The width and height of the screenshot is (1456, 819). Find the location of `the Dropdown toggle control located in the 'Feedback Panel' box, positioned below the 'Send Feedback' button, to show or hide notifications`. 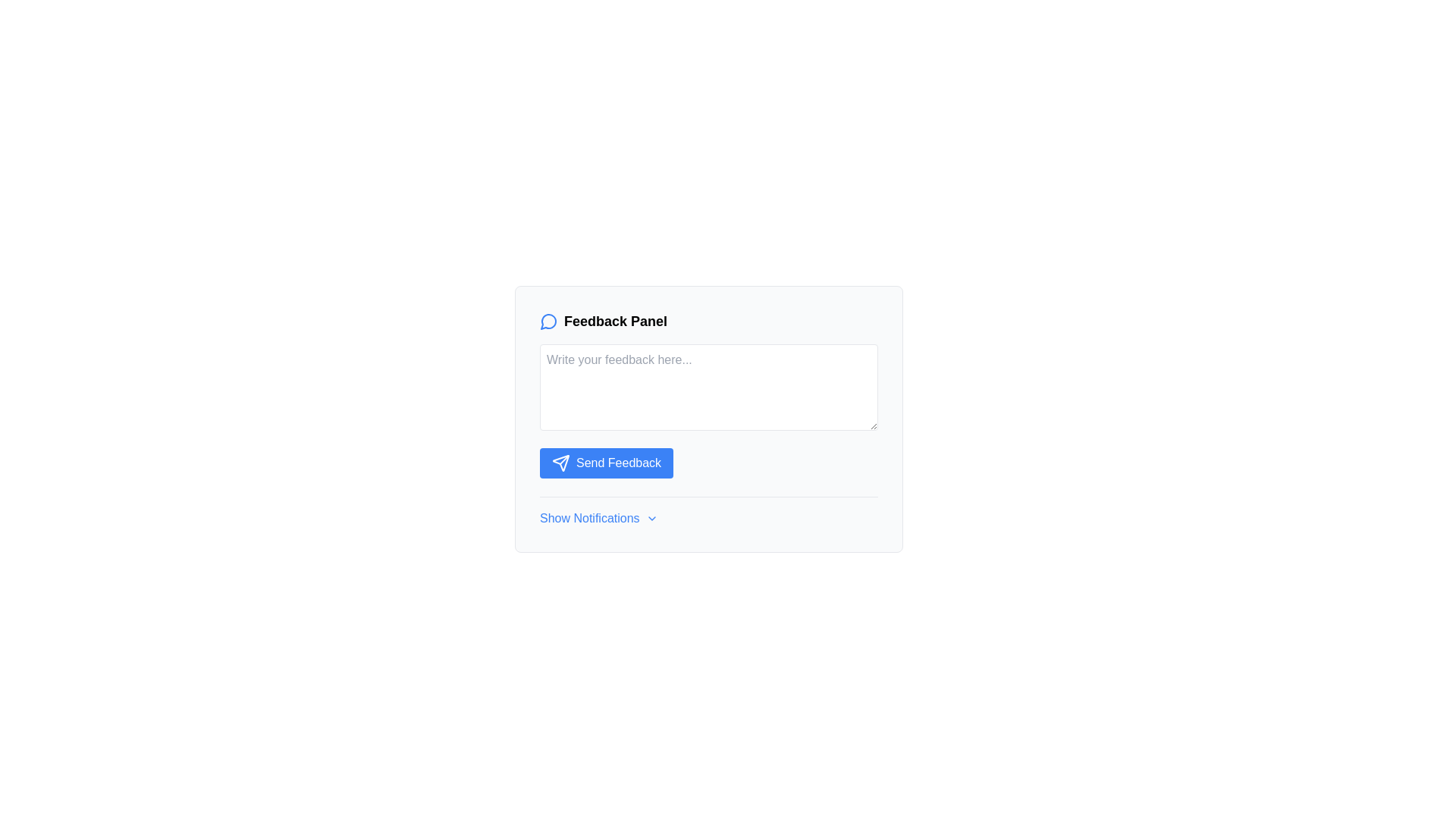

the Dropdown toggle control located in the 'Feedback Panel' box, positioned below the 'Send Feedback' button, to show or hide notifications is located at coordinates (708, 512).